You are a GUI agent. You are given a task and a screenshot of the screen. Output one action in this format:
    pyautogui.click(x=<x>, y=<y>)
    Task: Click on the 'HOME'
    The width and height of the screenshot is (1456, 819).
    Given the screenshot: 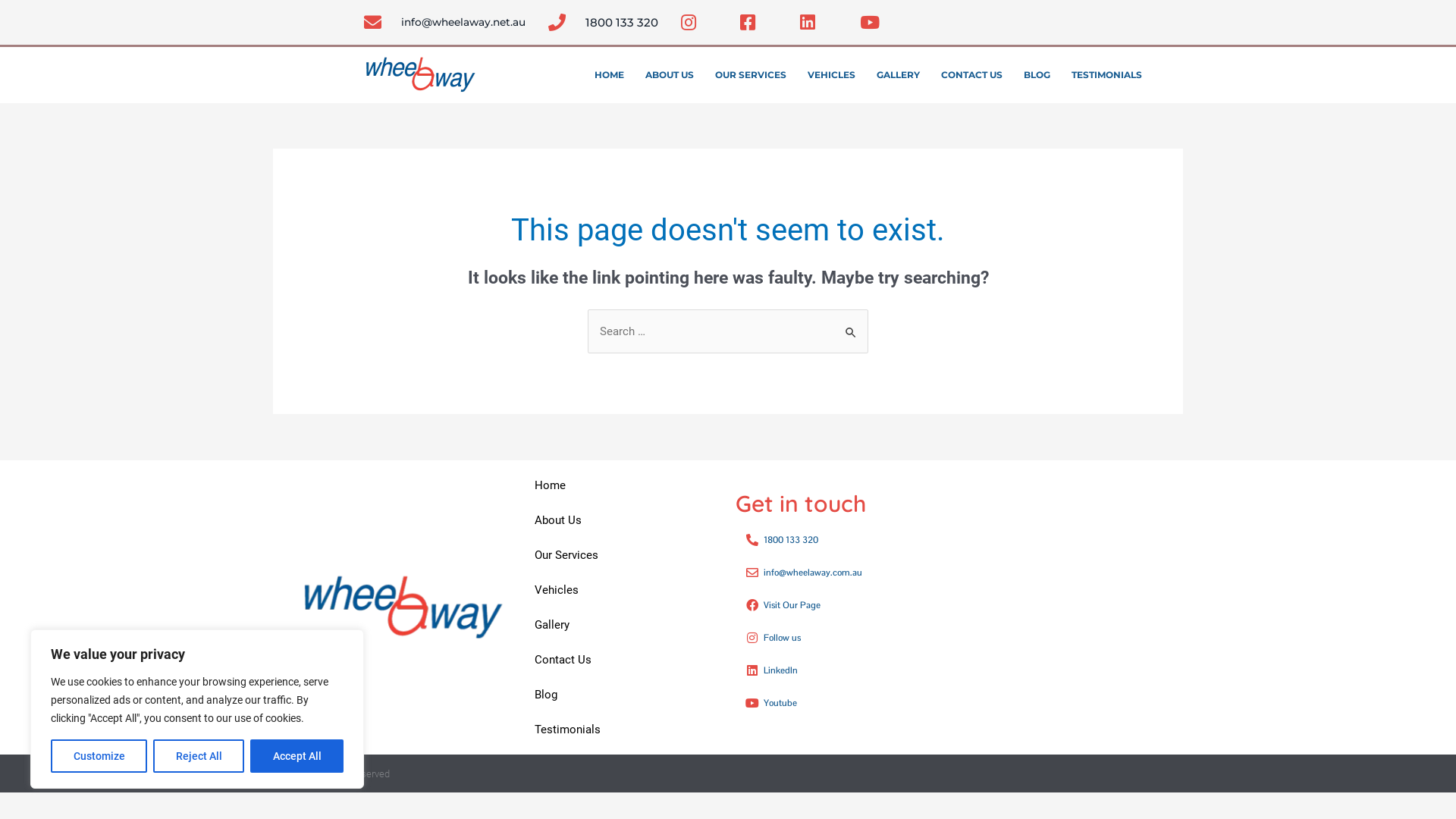 What is the action you would take?
    pyautogui.click(x=609, y=75)
    